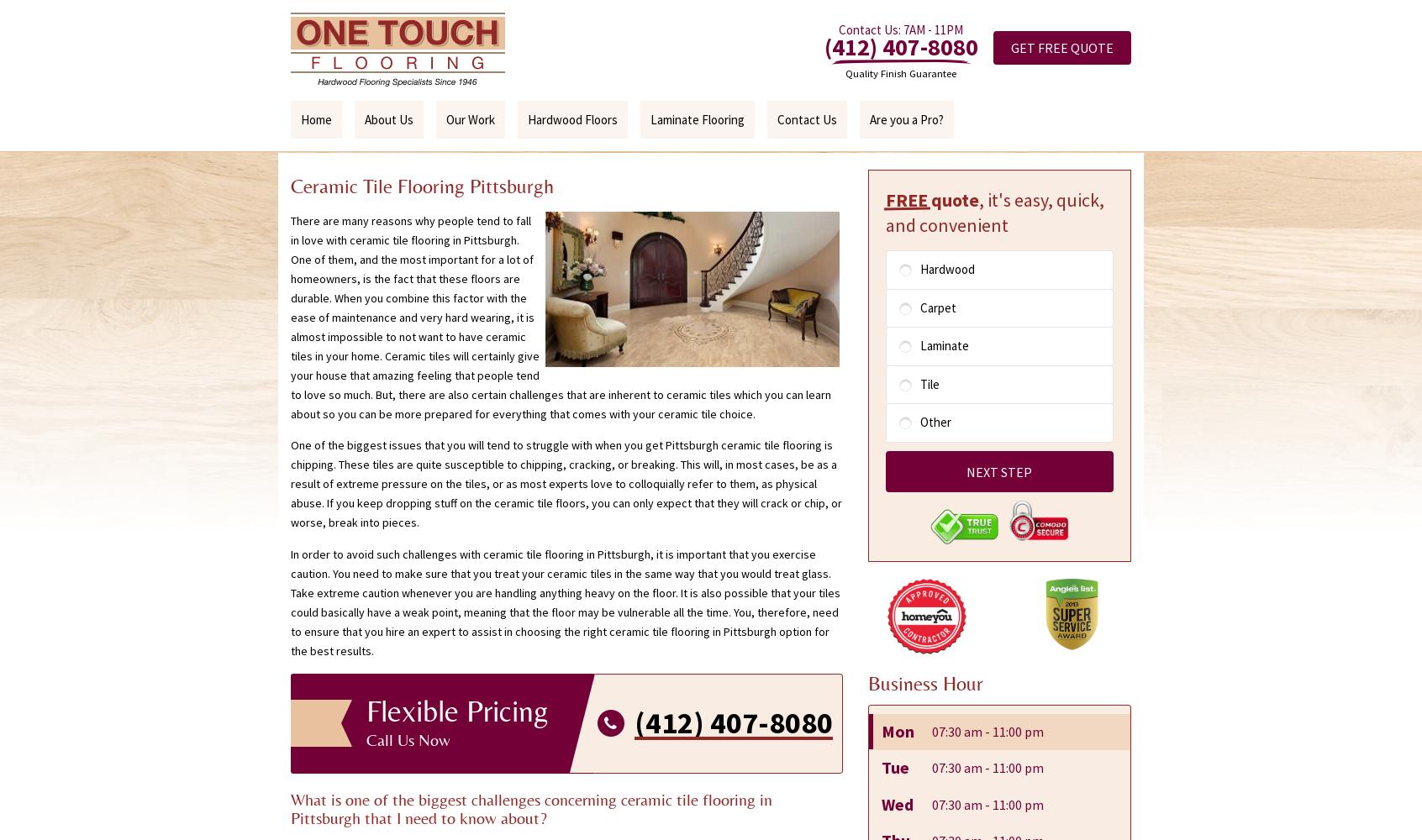 The width and height of the screenshot is (1422, 840). I want to click on 'Carpet', so click(919, 306).